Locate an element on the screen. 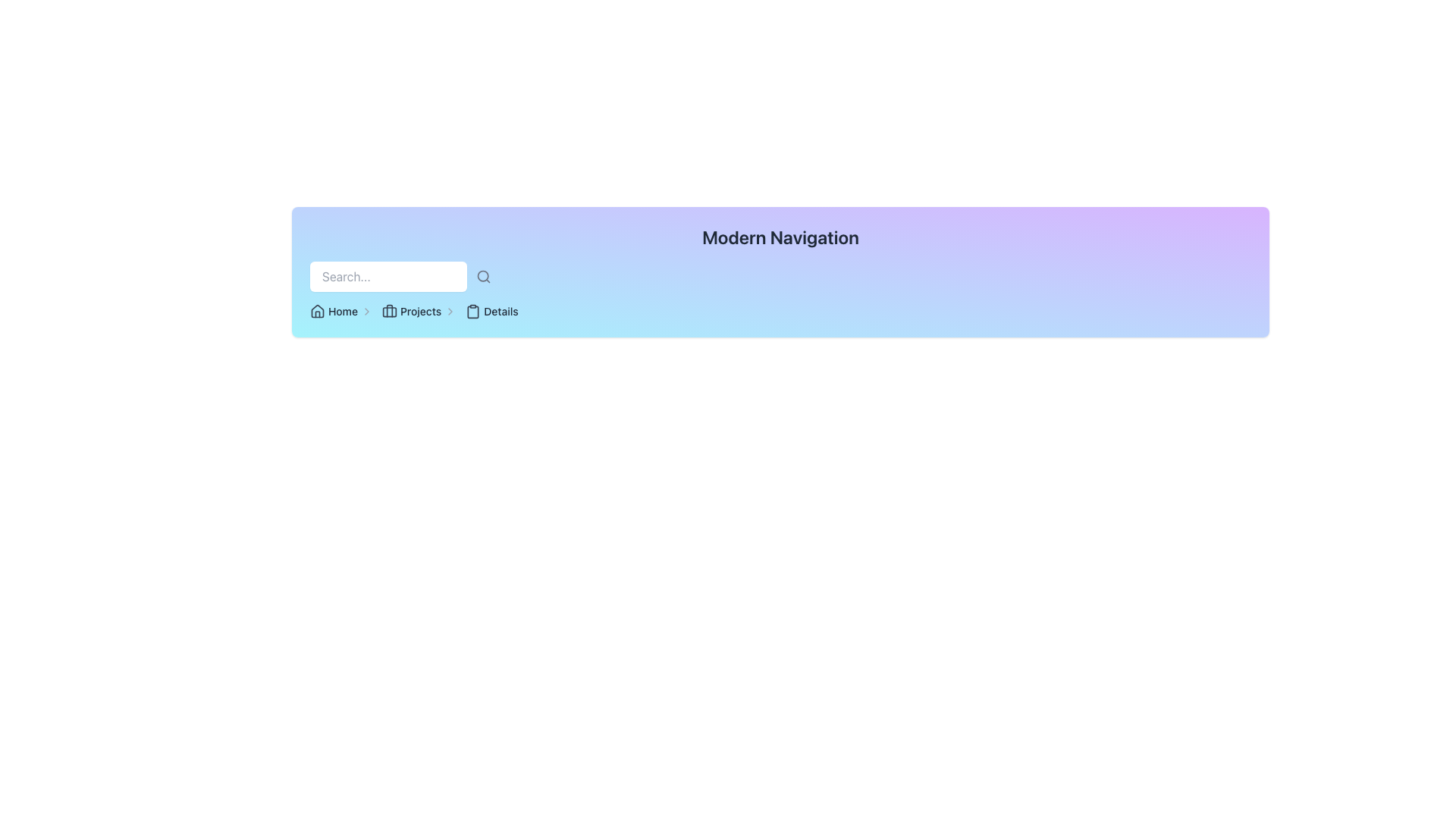  text label indicating the current section in the breadcrumb navigation, which displays 'Projects' is located at coordinates (421, 311).